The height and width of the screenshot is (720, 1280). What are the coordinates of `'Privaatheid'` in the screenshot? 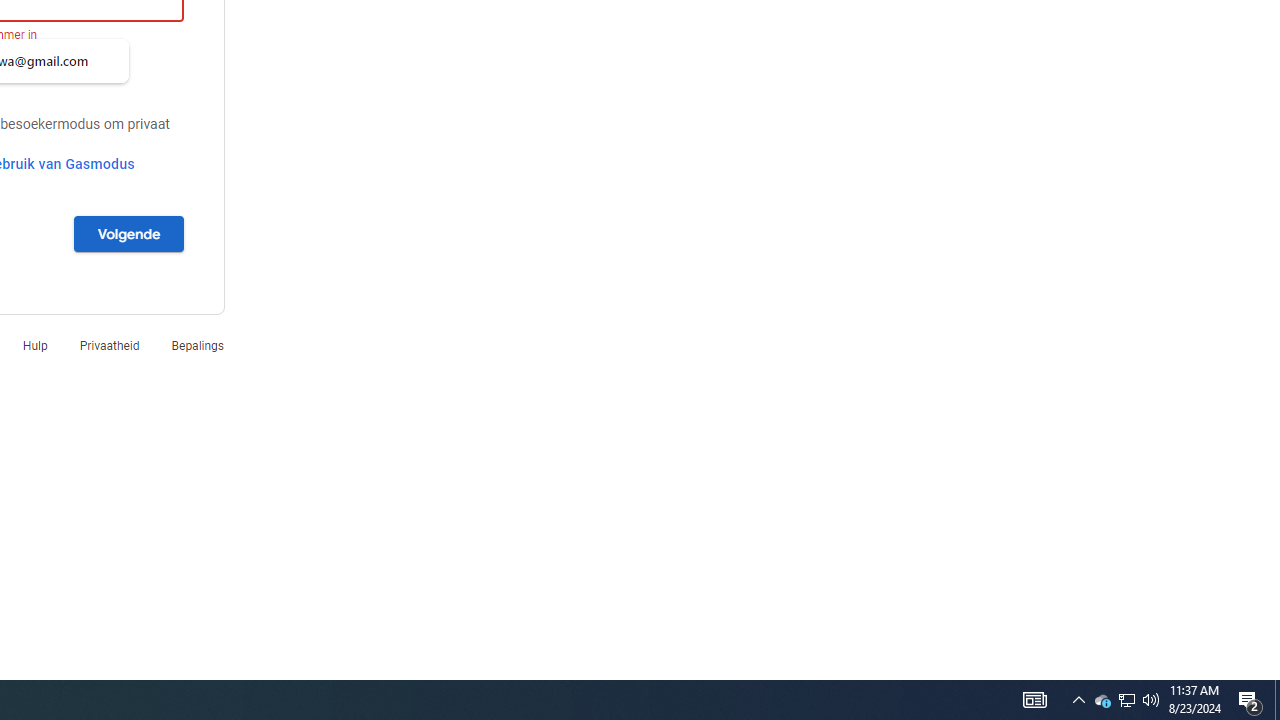 It's located at (108, 344).